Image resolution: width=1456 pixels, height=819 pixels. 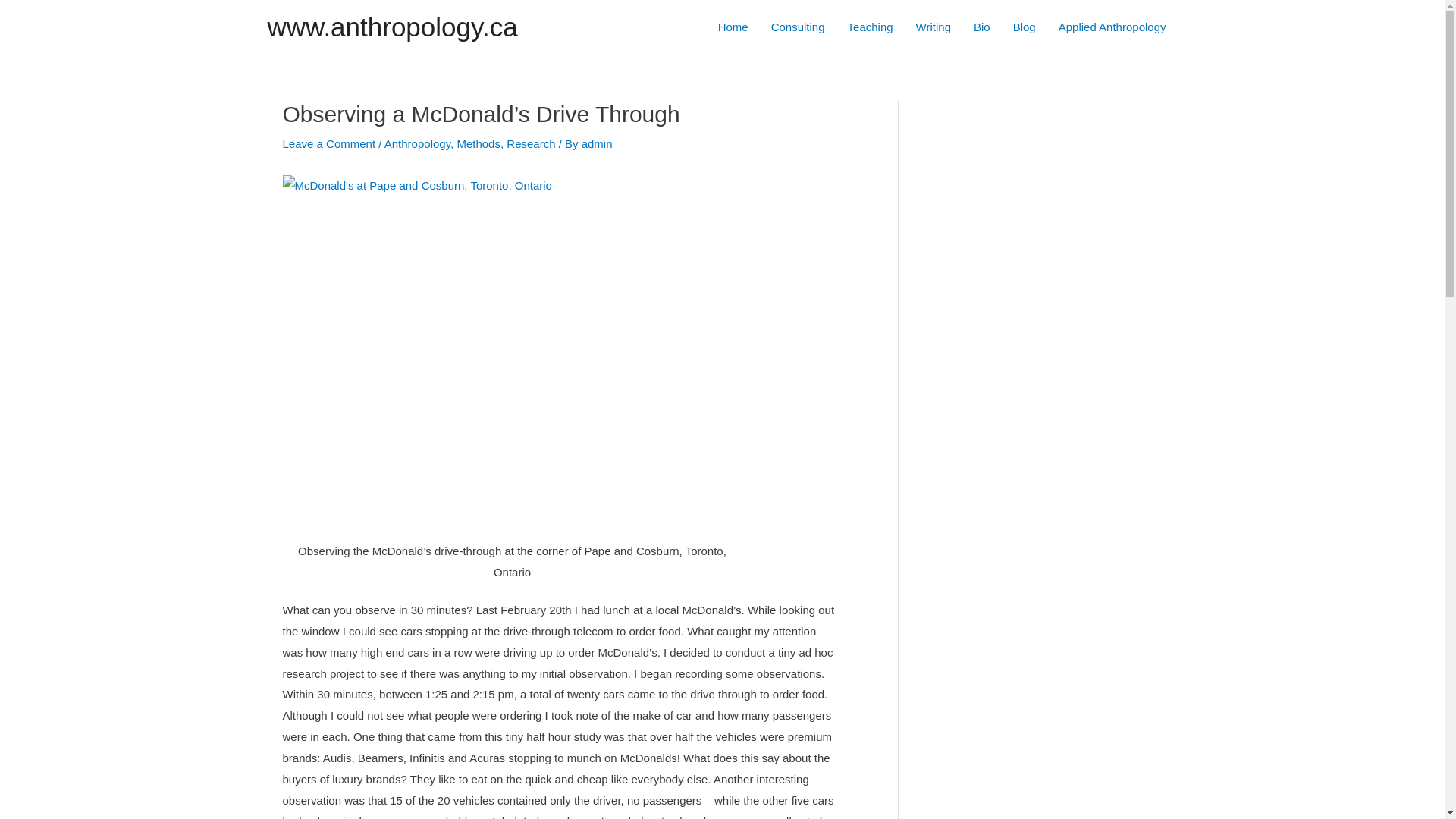 What do you see at coordinates (1112, 27) in the screenshot?
I see `'Applied Anthropology'` at bounding box center [1112, 27].